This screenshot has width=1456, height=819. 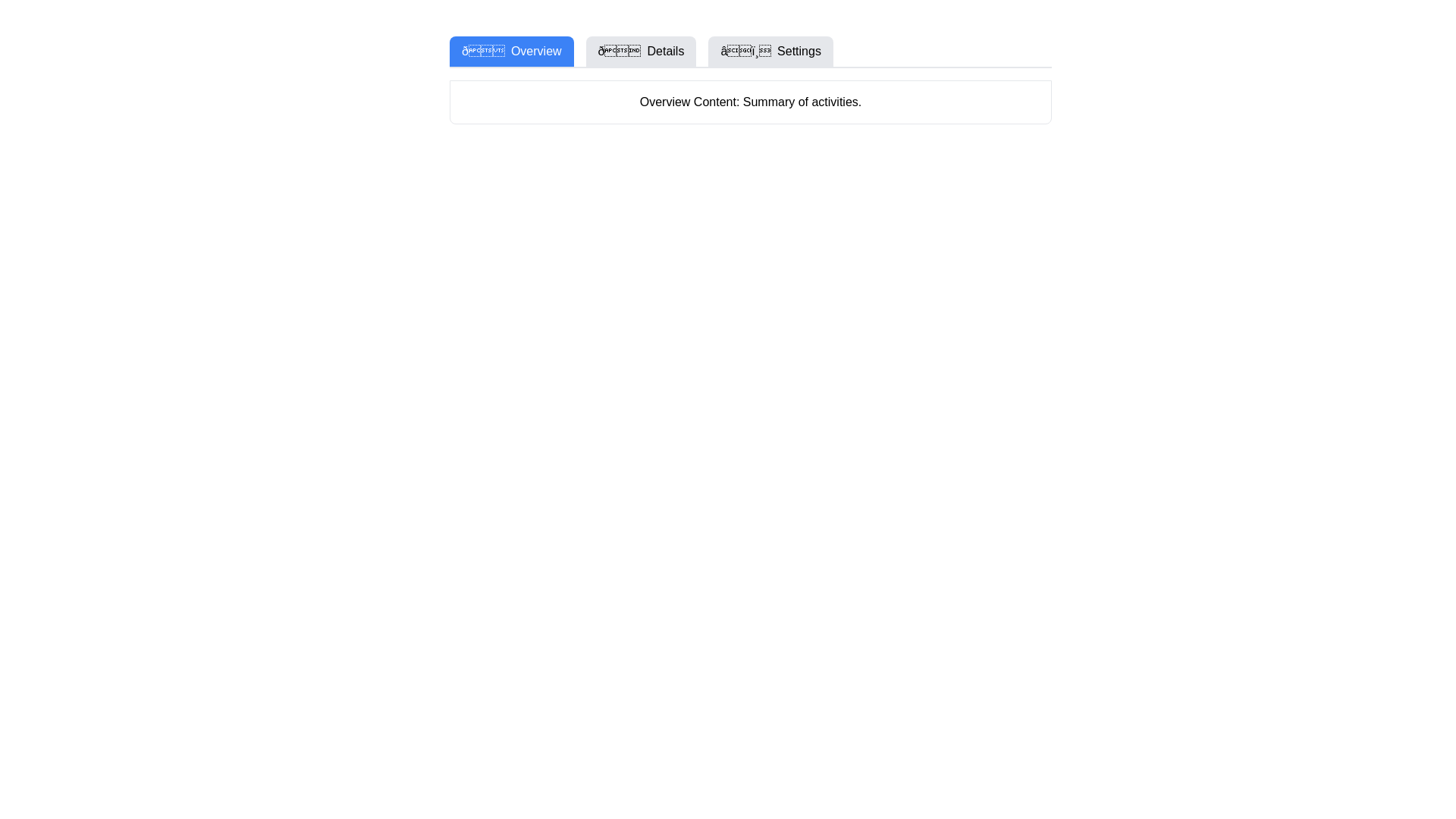 I want to click on the 'Details' tab button, which is the second tab in a horizontally arranged list, so click(x=641, y=51).